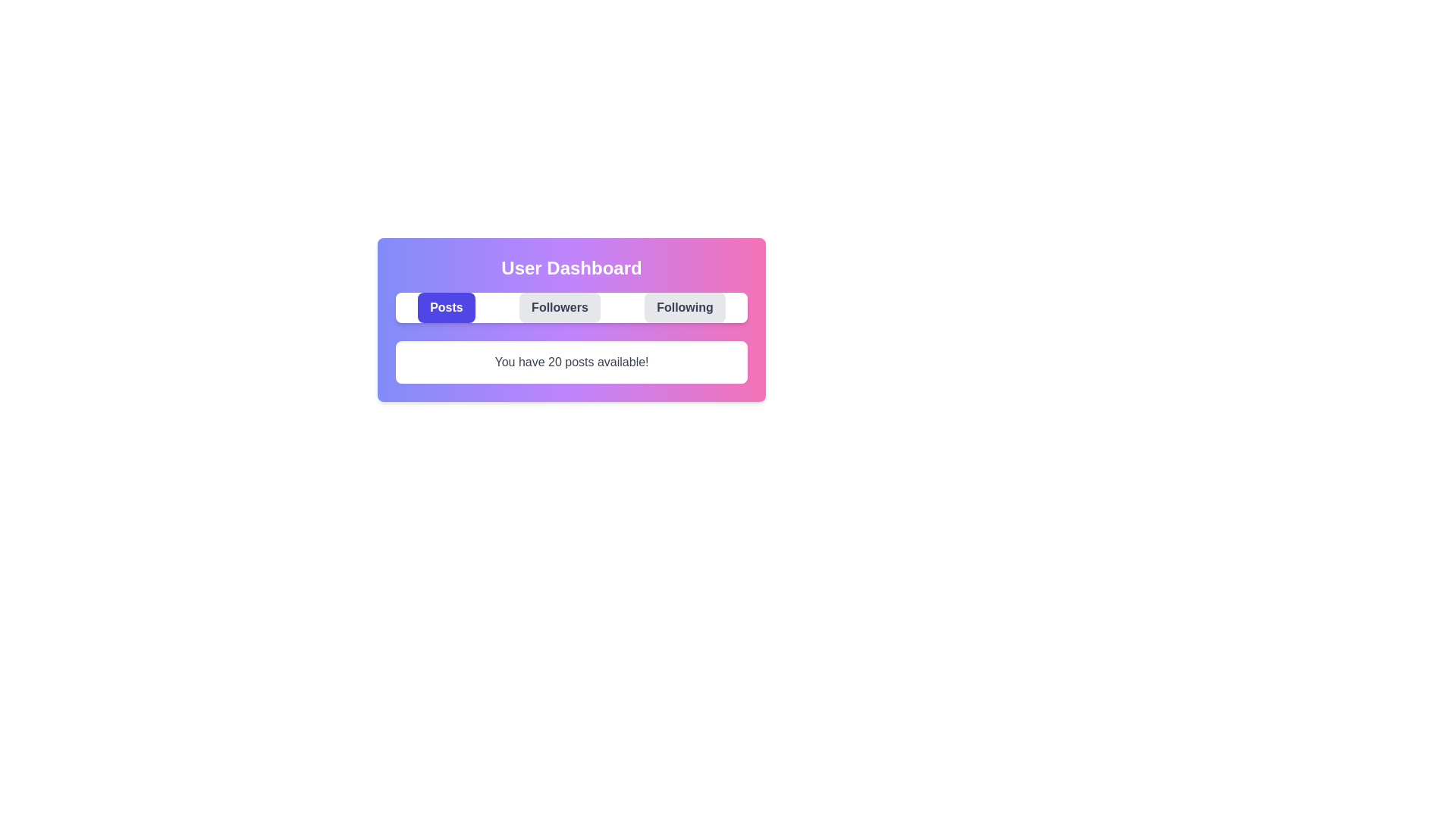 Image resolution: width=1456 pixels, height=819 pixels. I want to click on the 'Followers' button, which is styled with a light gray background and dark gray text, located in the middle of a horizontal row of buttons within the user dashboard, so click(570, 318).